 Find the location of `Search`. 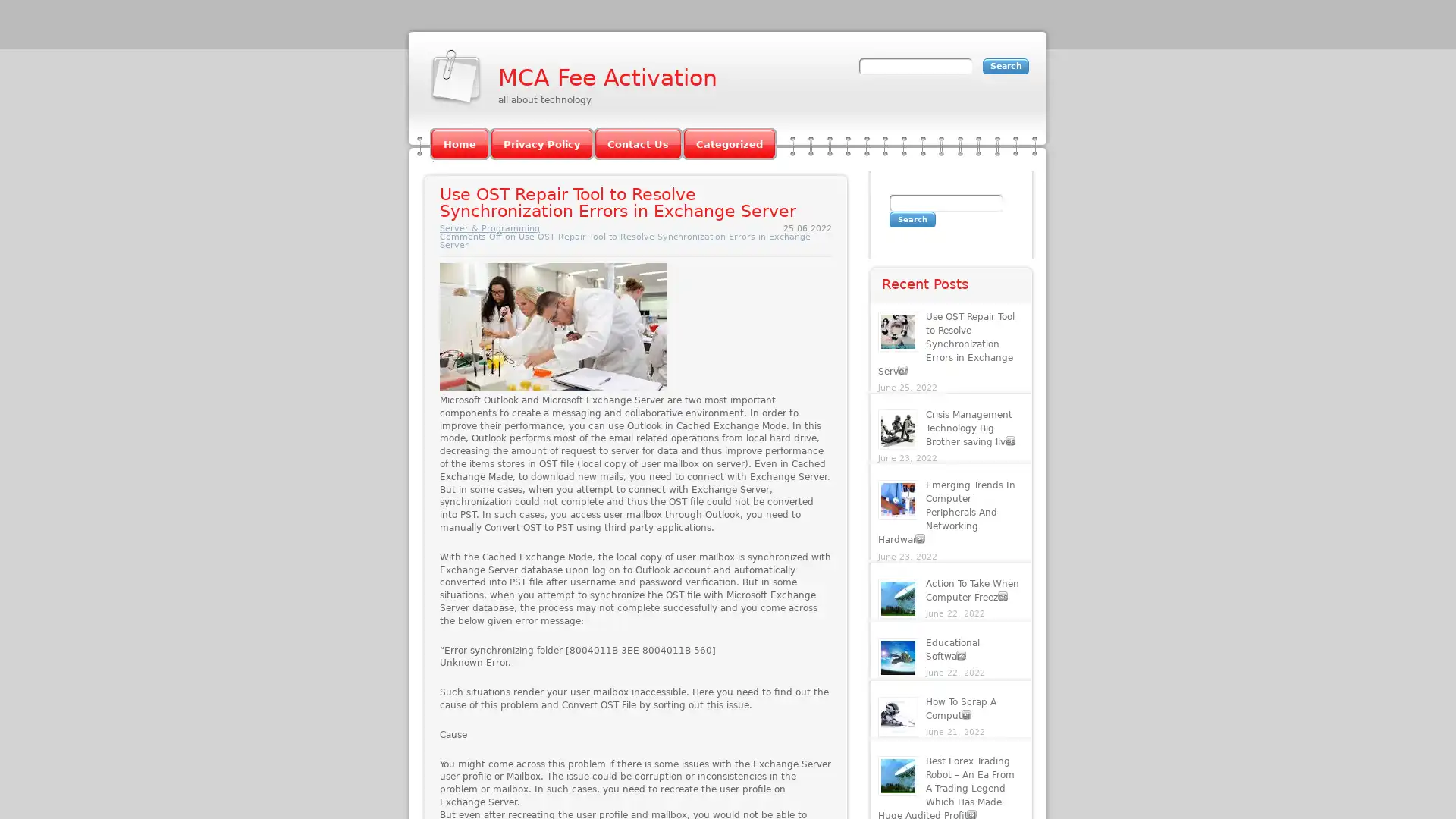

Search is located at coordinates (912, 219).